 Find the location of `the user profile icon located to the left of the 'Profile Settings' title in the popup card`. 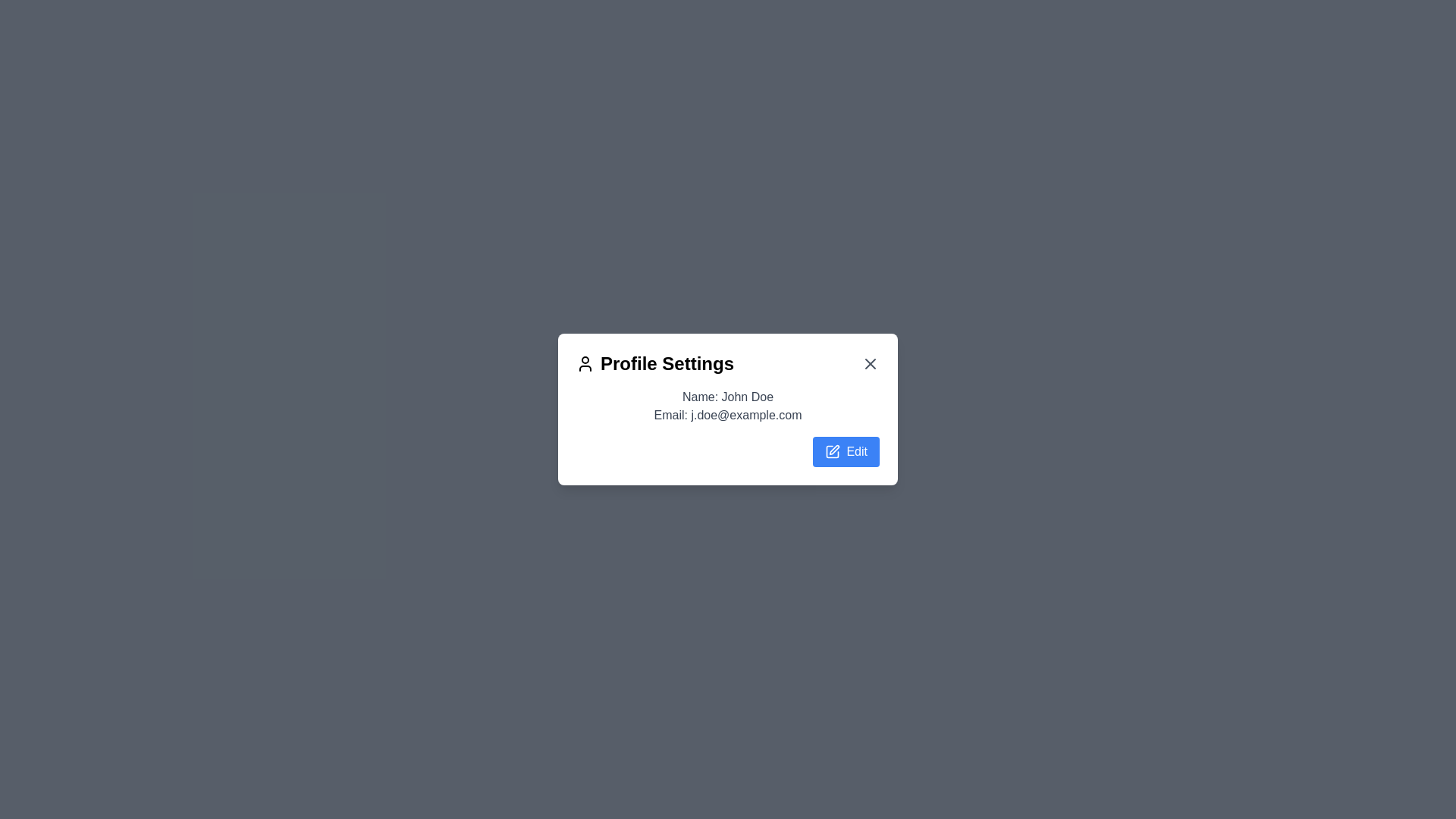

the user profile icon located to the left of the 'Profile Settings' title in the popup card is located at coordinates (585, 363).